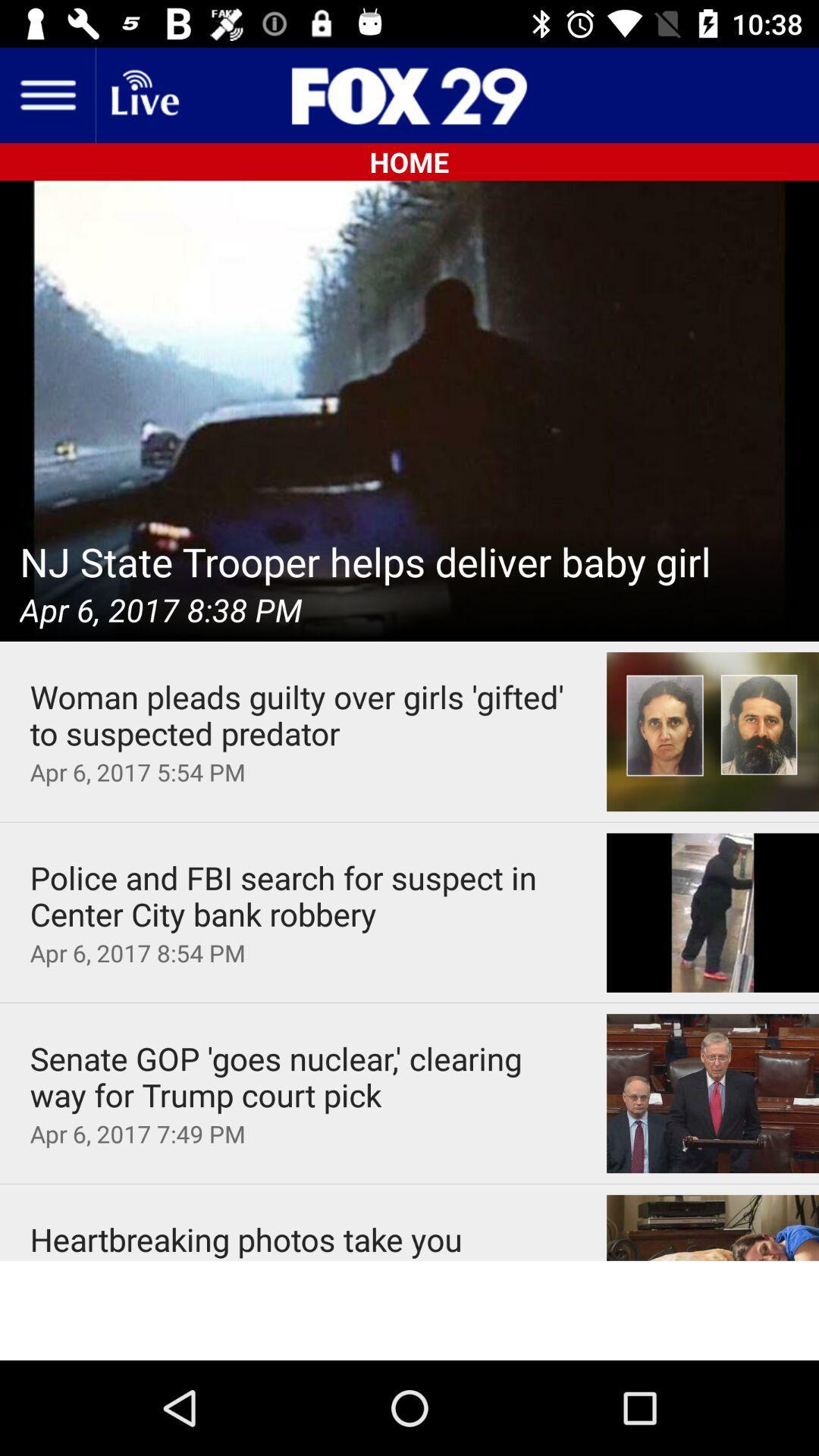  I want to click on the menu icon, so click(46, 94).